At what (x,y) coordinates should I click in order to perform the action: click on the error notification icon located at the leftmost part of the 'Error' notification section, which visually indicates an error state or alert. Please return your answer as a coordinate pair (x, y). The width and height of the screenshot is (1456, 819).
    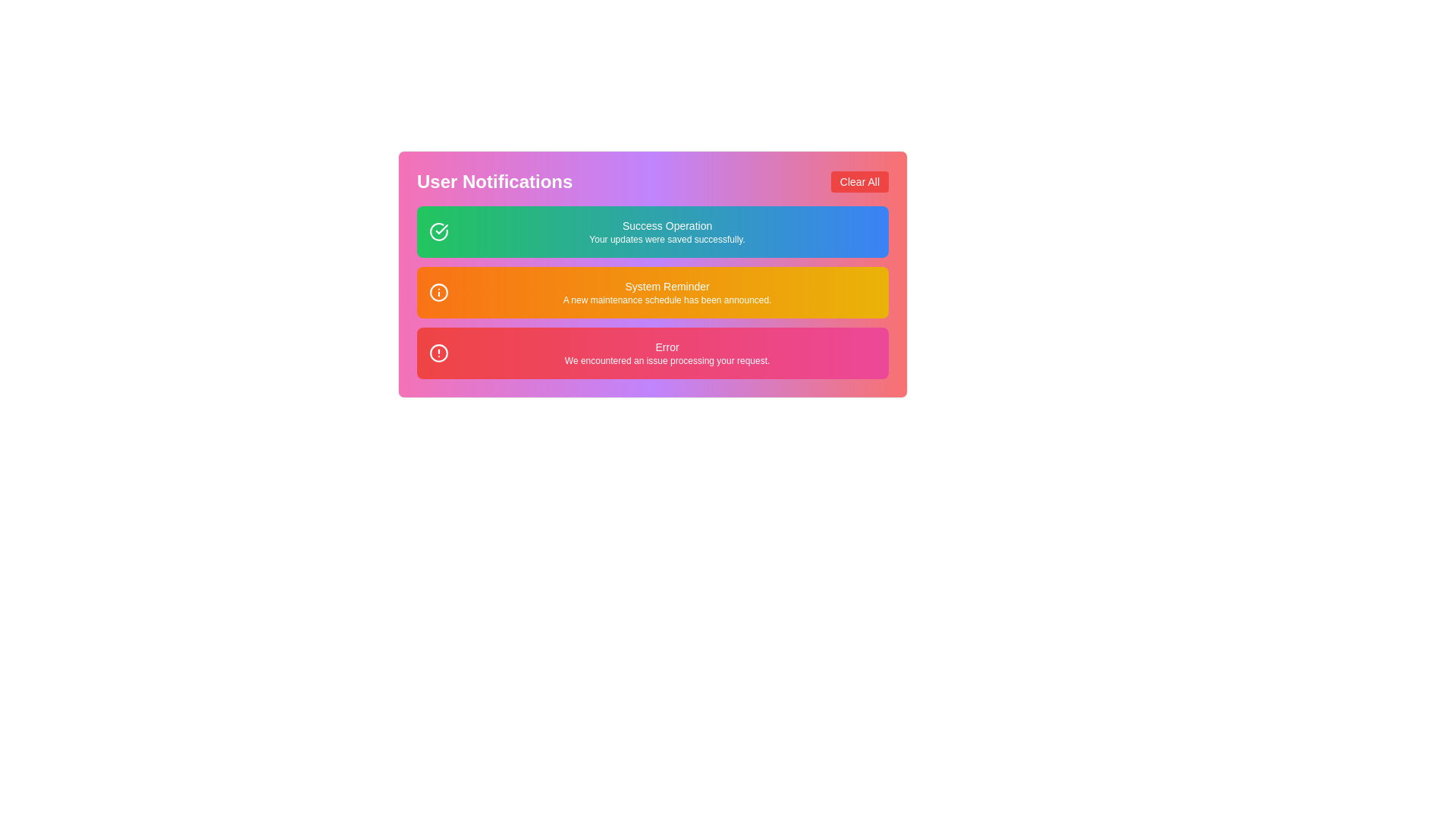
    Looking at the image, I should click on (438, 353).